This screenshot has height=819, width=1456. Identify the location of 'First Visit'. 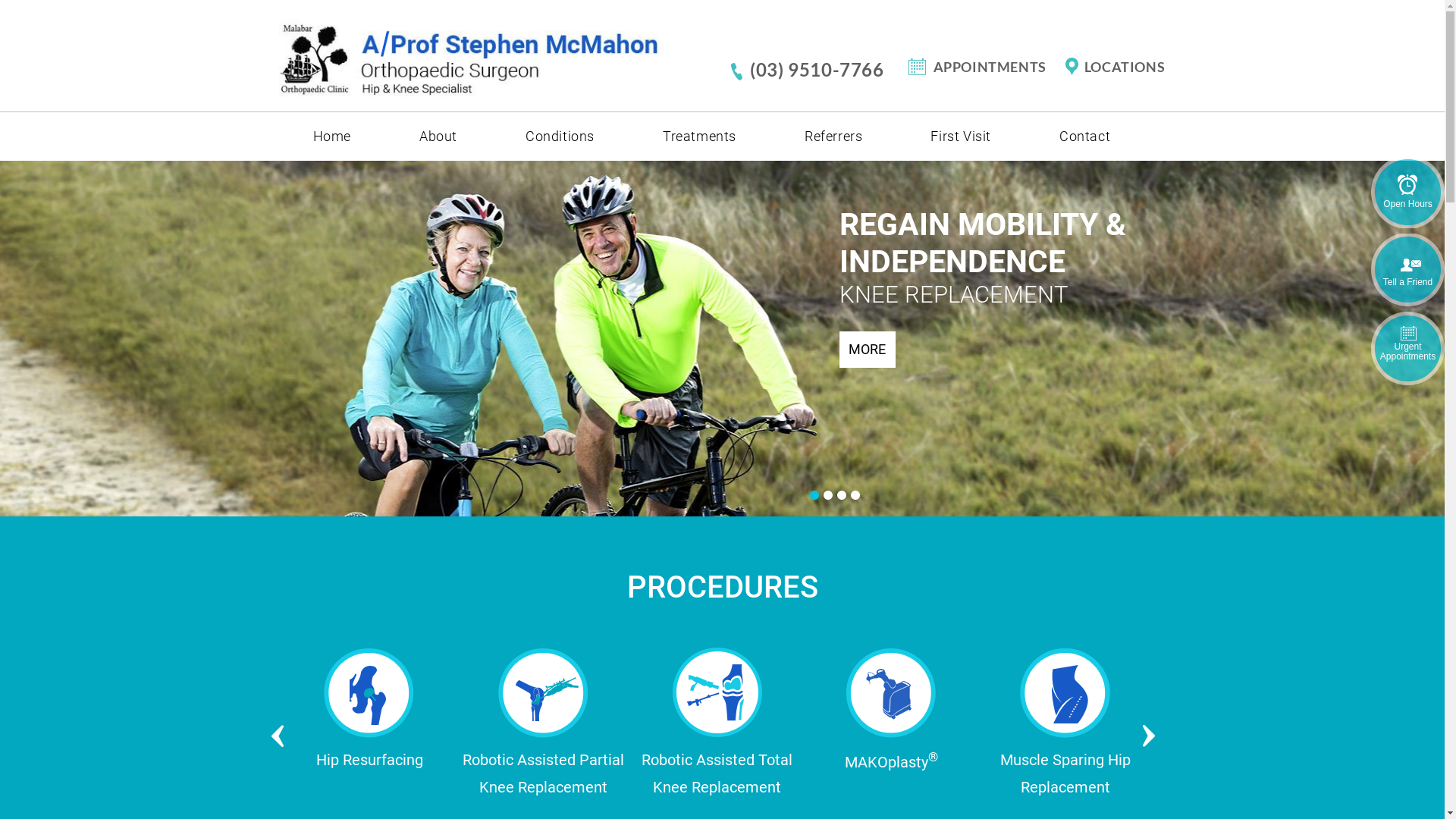
(896, 136).